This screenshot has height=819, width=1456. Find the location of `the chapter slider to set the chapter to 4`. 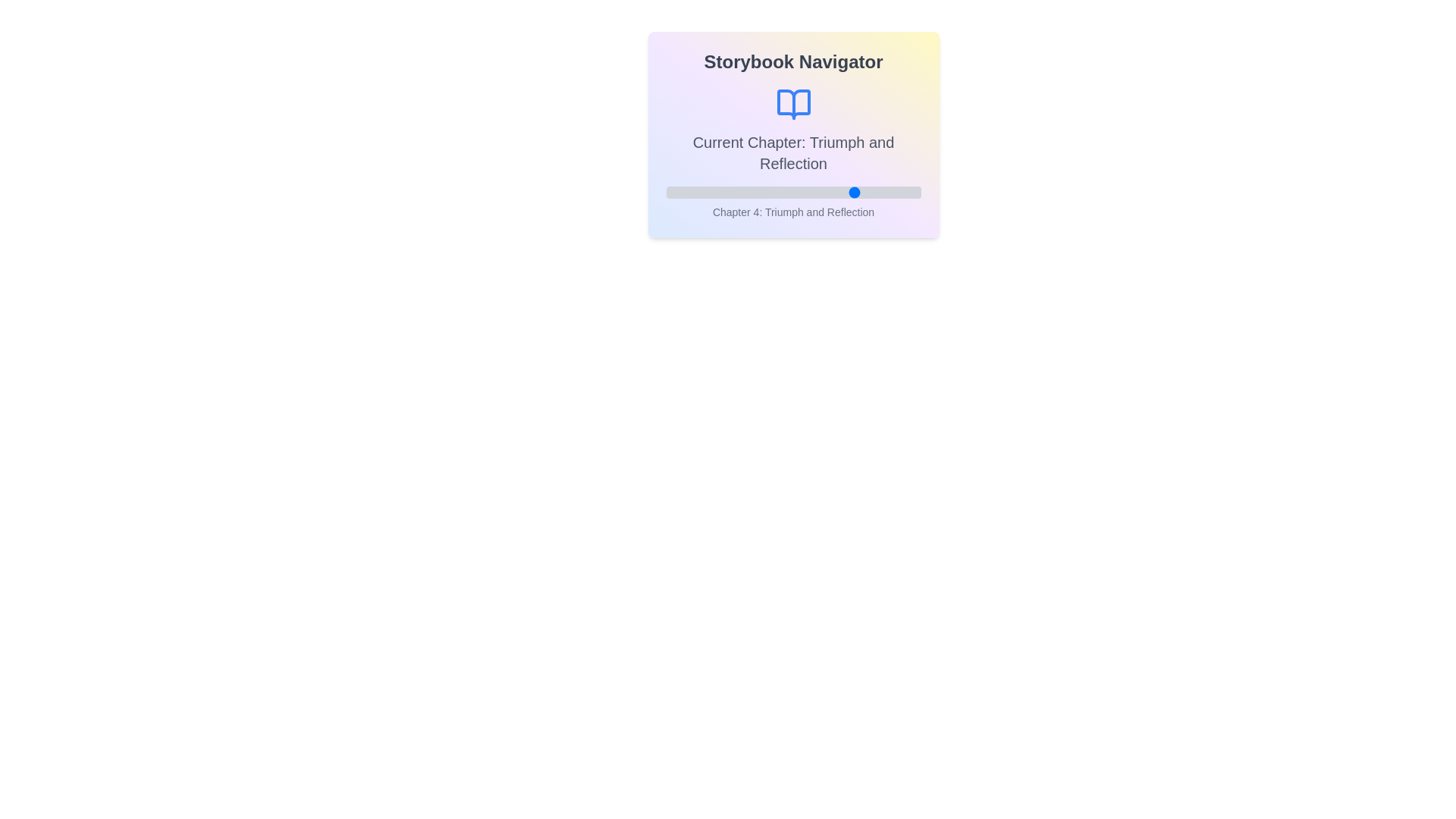

the chapter slider to set the chapter to 4 is located at coordinates (857, 192).